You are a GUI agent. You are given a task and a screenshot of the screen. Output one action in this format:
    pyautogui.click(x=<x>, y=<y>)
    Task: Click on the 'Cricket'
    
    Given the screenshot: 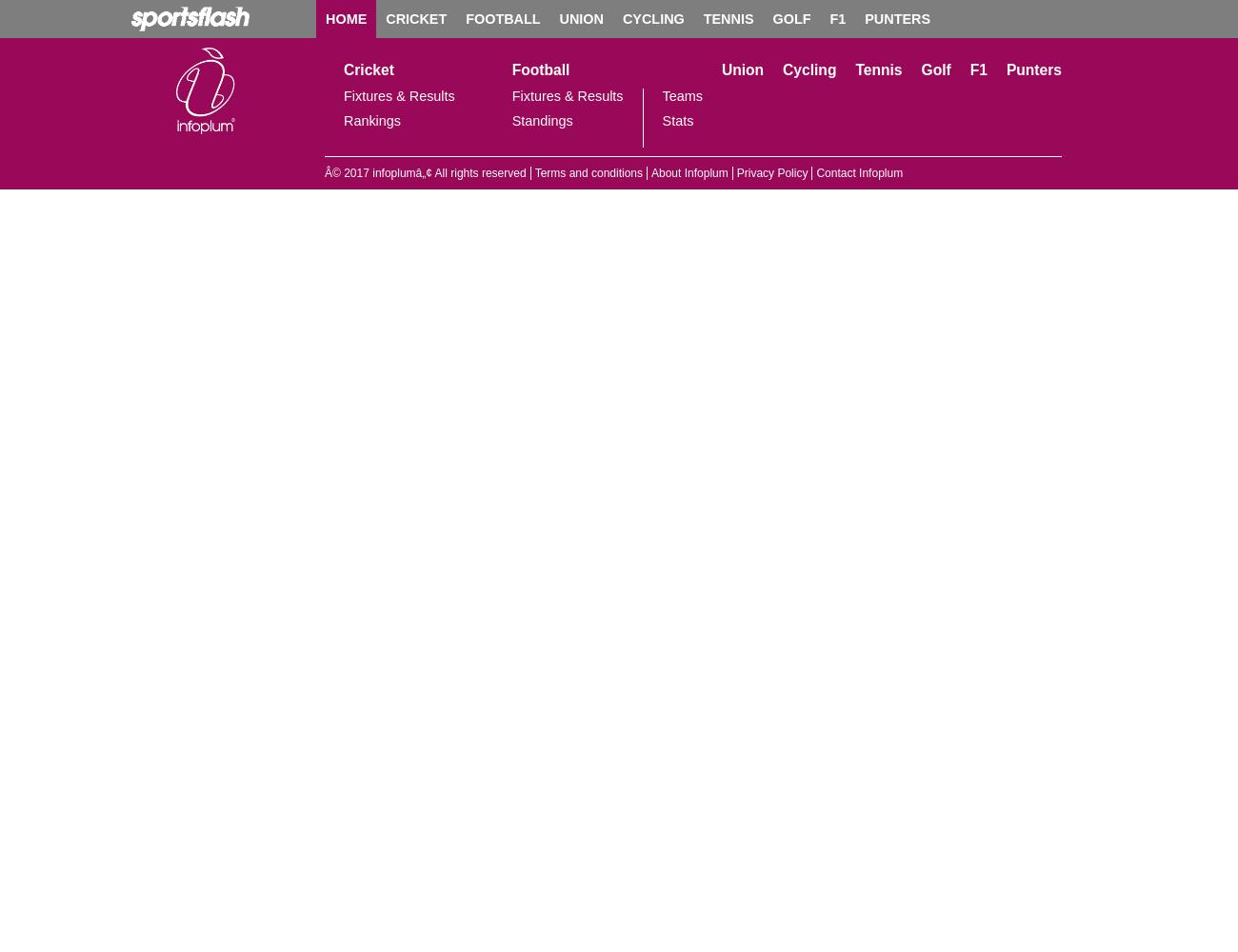 What is the action you would take?
    pyautogui.click(x=369, y=69)
    